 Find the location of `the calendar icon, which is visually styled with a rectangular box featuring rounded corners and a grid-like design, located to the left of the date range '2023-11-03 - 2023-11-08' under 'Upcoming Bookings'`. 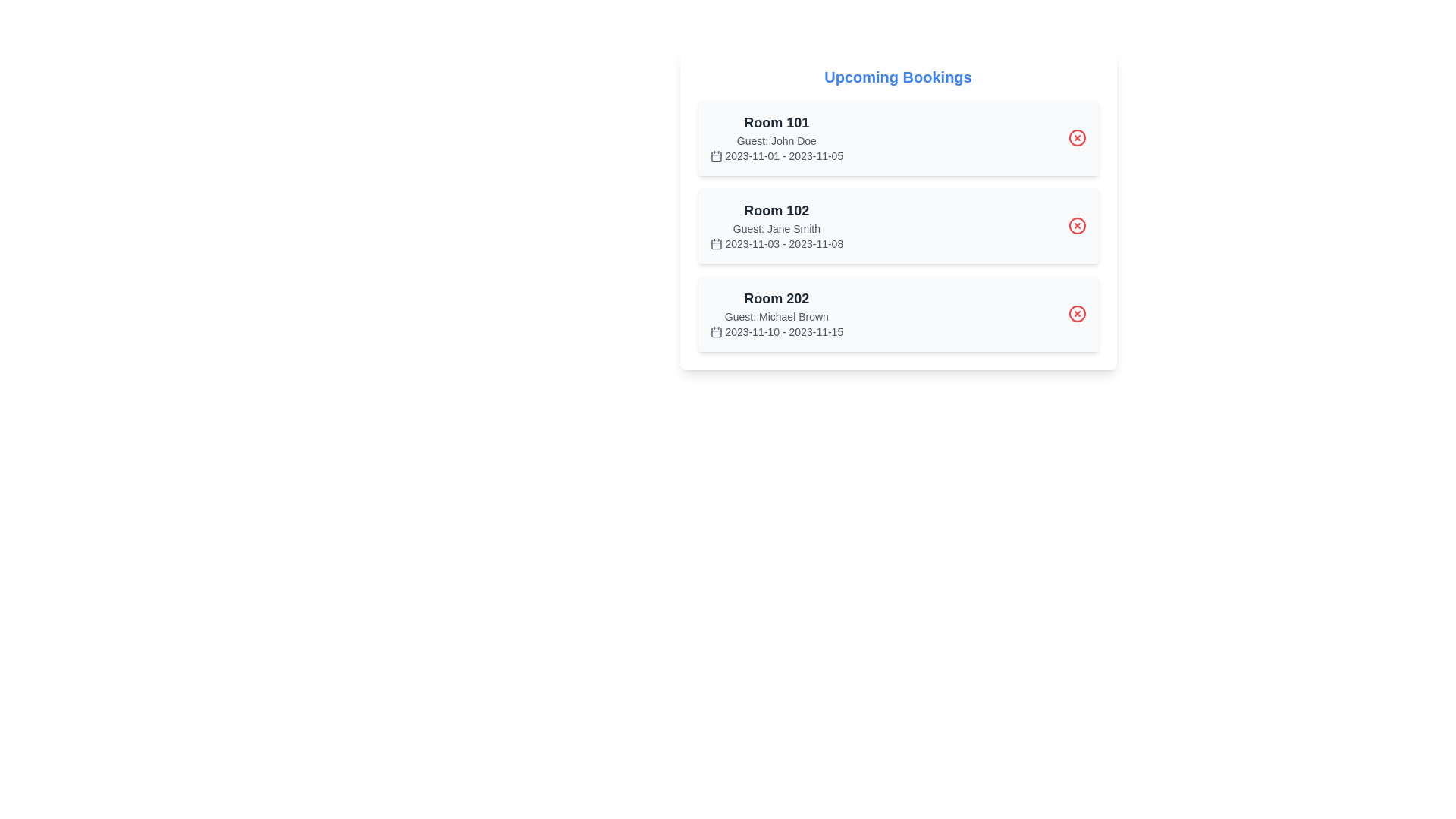

the calendar icon, which is visually styled with a rectangular box featuring rounded corners and a grid-like design, located to the left of the date range '2023-11-03 - 2023-11-08' under 'Upcoming Bookings' is located at coordinates (715, 243).